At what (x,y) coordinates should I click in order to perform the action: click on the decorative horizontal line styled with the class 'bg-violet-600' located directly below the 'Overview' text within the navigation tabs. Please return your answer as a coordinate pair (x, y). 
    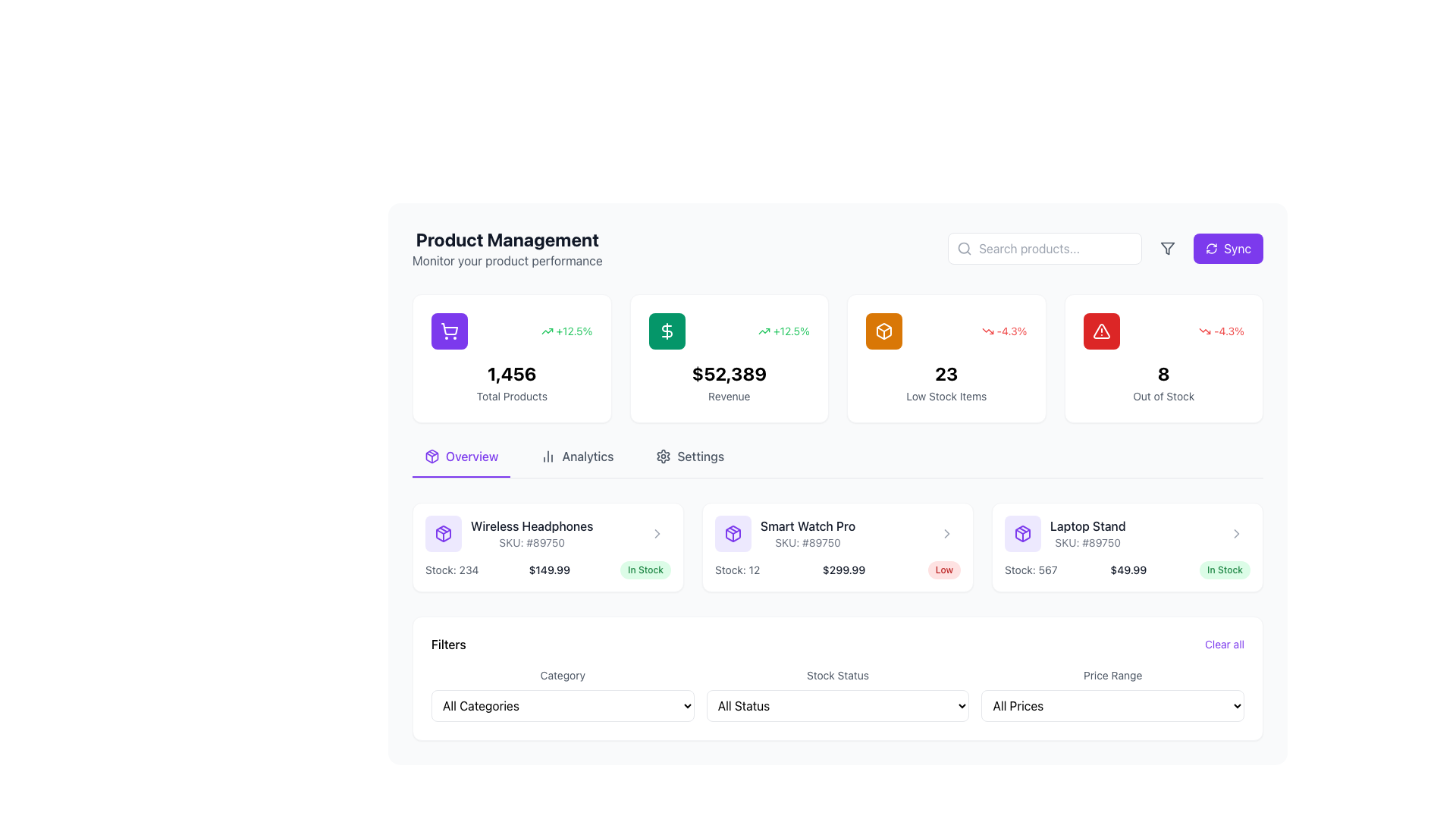
    Looking at the image, I should click on (460, 475).